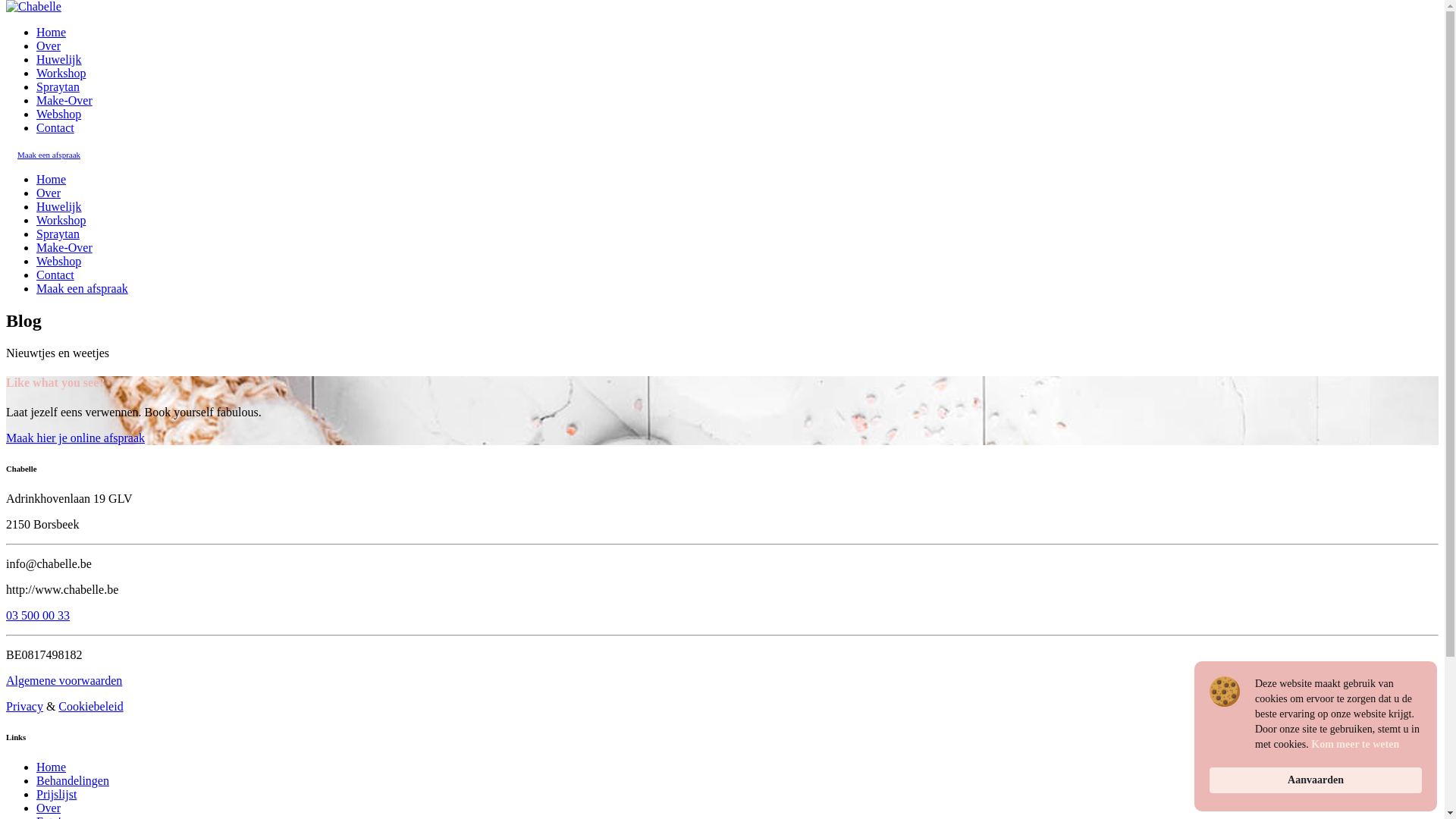 This screenshot has width=1456, height=819. I want to click on 'Spraytan', so click(58, 86).